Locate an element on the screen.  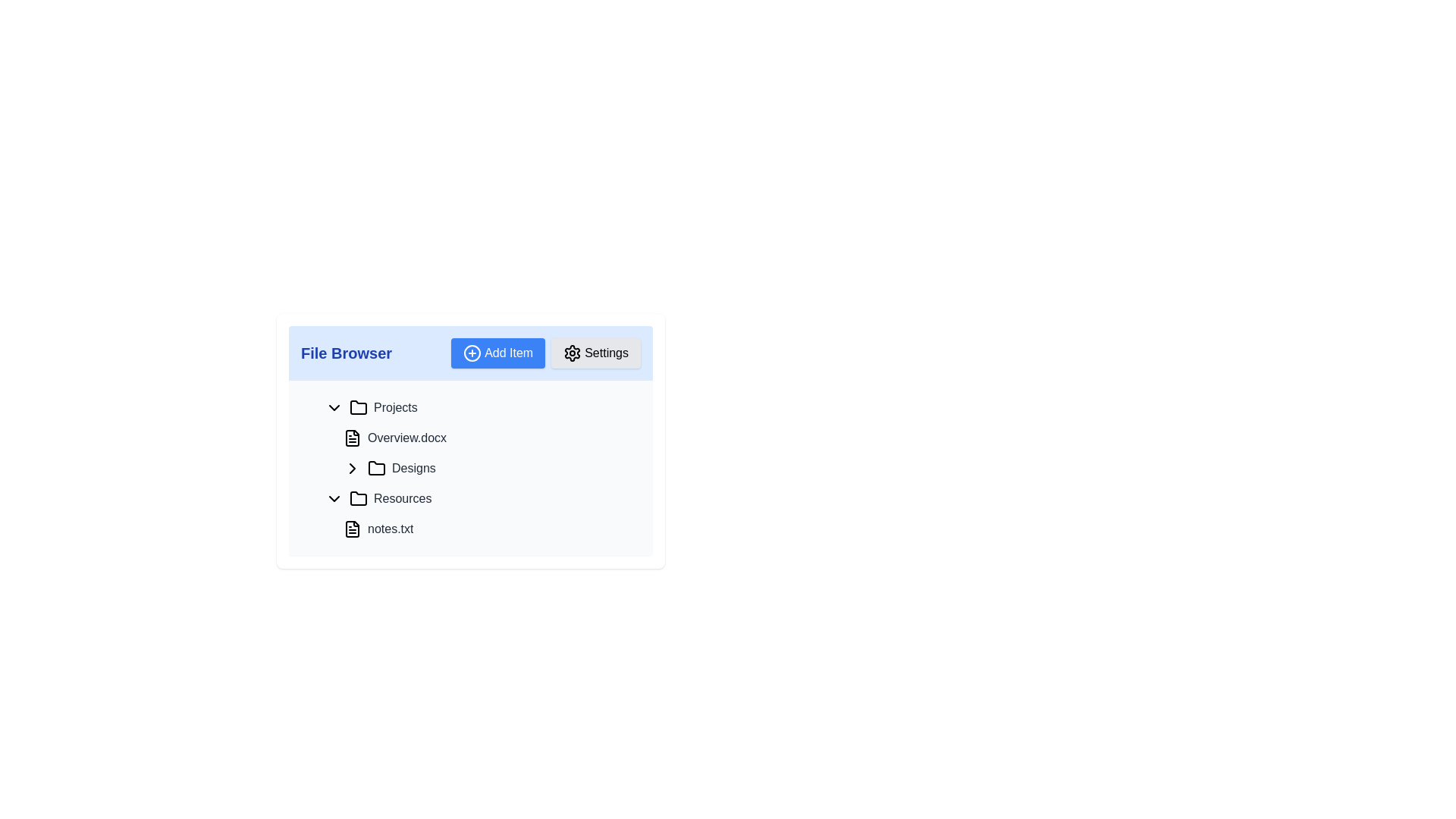
the 'Settings' text label which is styled with dark text on a light gray background, located in the top-right corner of the interface next to a gear icon is located at coordinates (607, 353).